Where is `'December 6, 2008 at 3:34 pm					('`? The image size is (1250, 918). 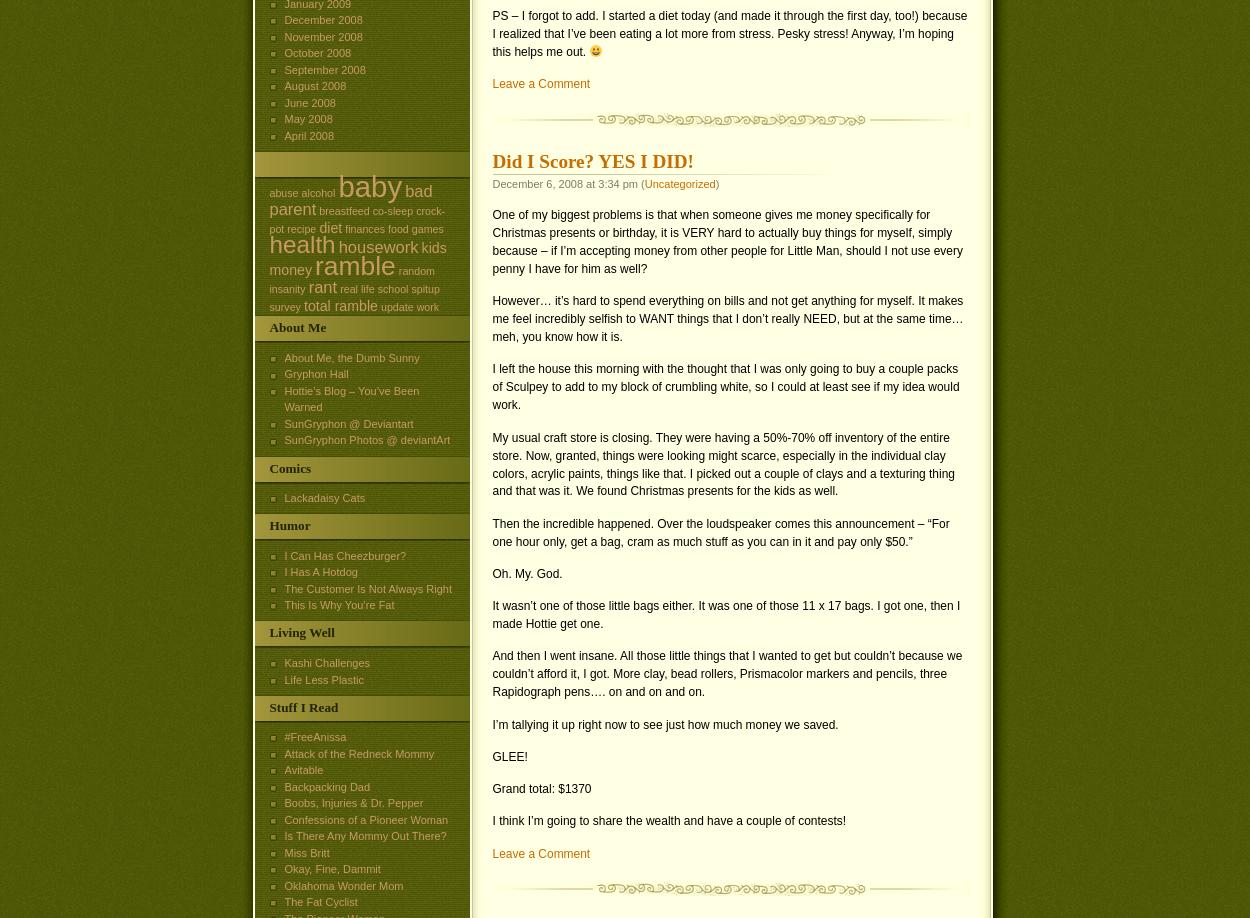
'December 6, 2008 at 3:34 pm					(' is located at coordinates (567, 183).